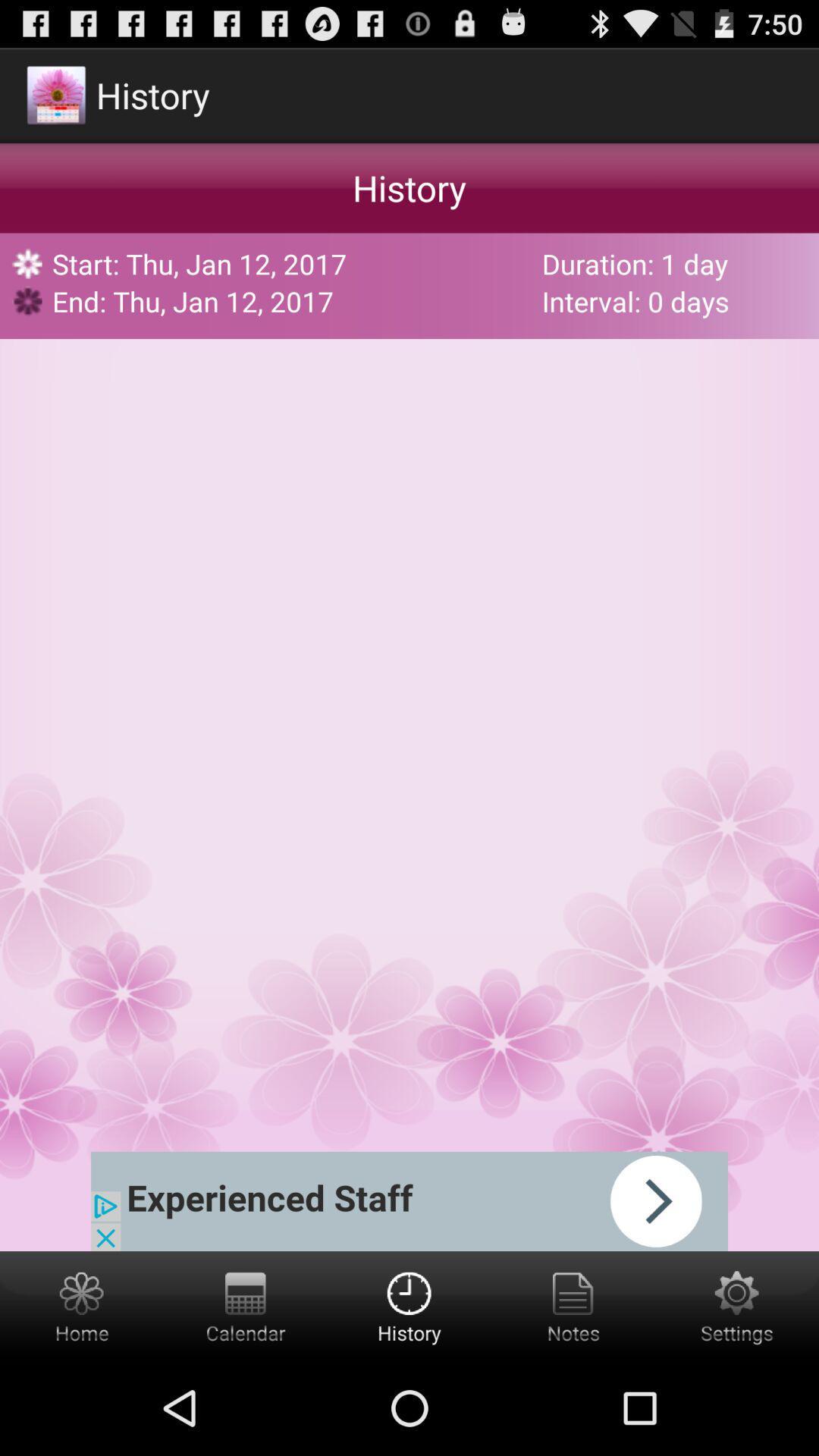 The image size is (819, 1456). Describe the element at coordinates (409, 1305) in the screenshot. I see `history display` at that location.